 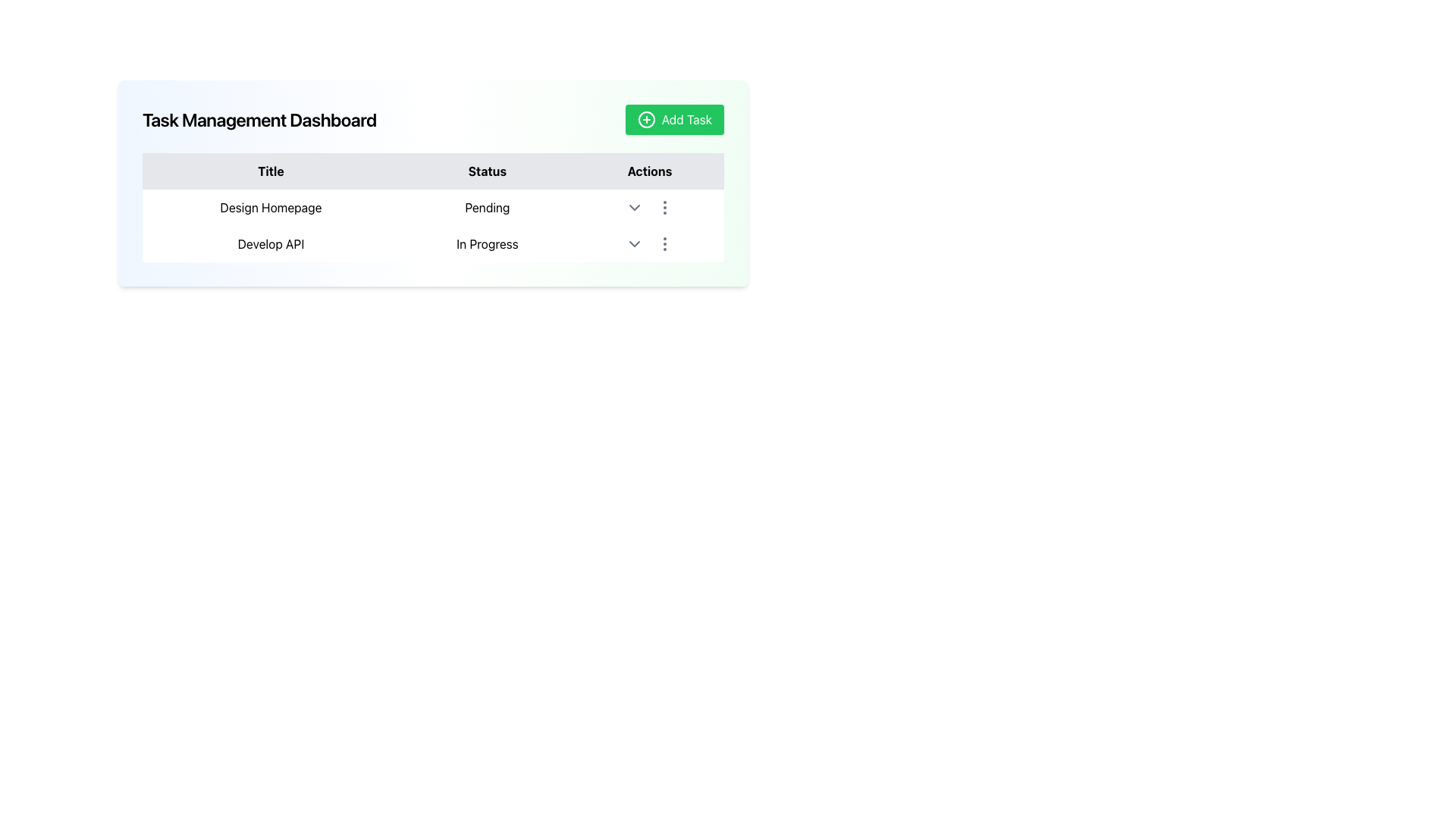 What do you see at coordinates (664, 243) in the screenshot?
I see `the vertical ellipsis icon (three gray dots) located in the Actions column of the second row of the table` at bounding box center [664, 243].